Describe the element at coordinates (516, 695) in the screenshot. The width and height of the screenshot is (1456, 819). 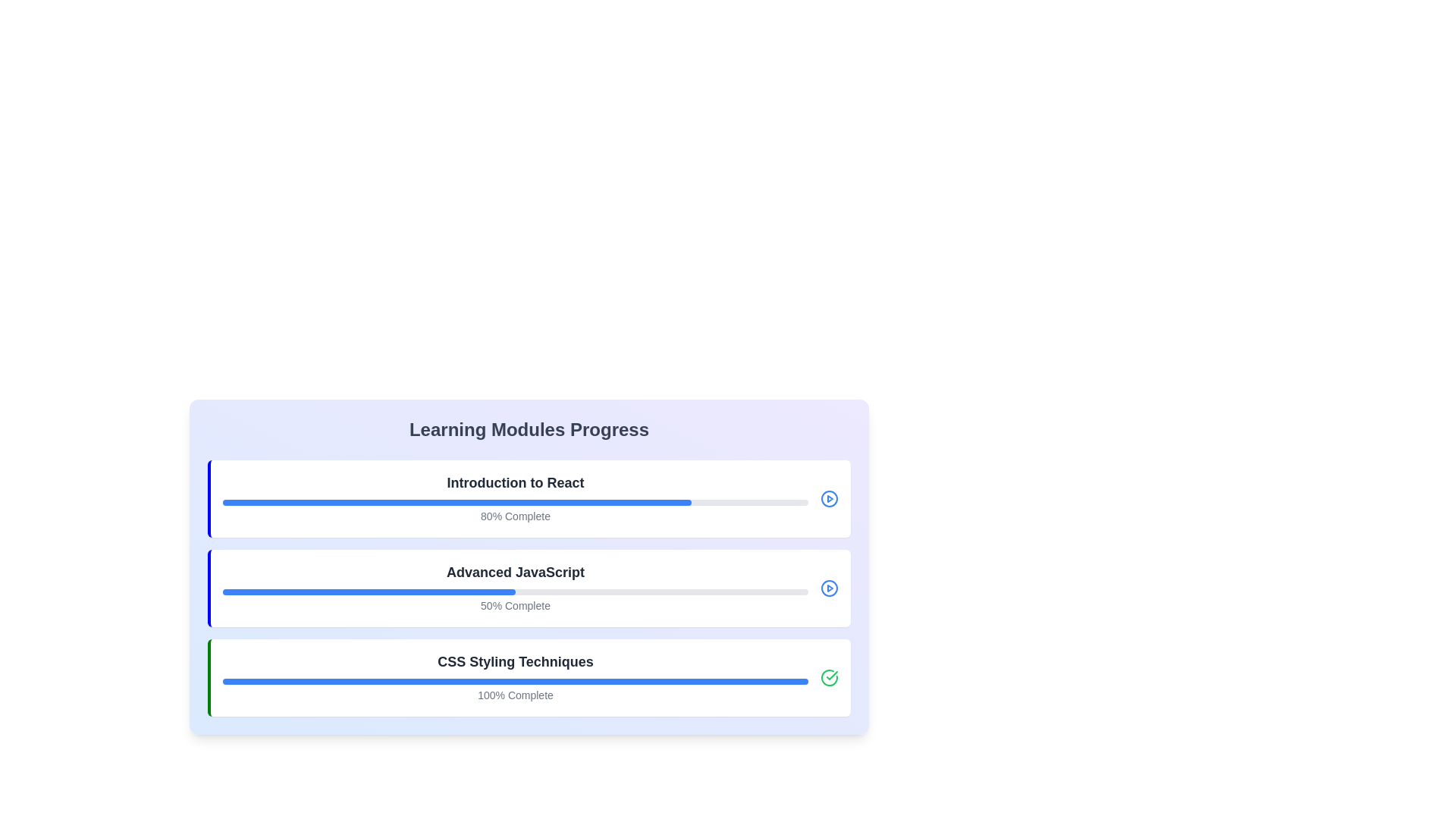
I see `the static text label that reads '100% Complete', which is positioned below the blue progress bar and indicates the completion status of the section titled 'CSS Styling Techniques'` at that location.